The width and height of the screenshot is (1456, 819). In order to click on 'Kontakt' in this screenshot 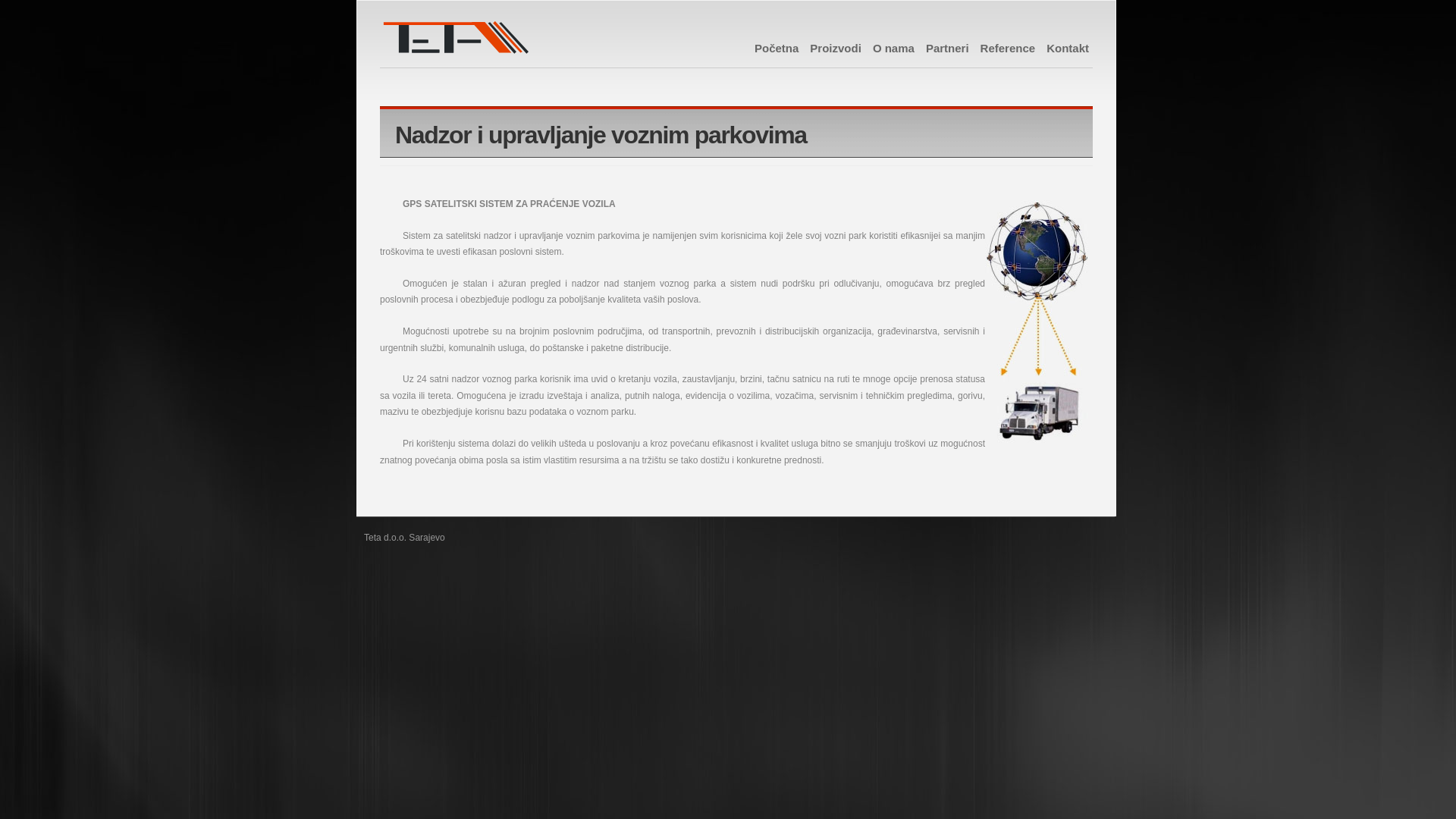, I will do `click(1046, 47)`.